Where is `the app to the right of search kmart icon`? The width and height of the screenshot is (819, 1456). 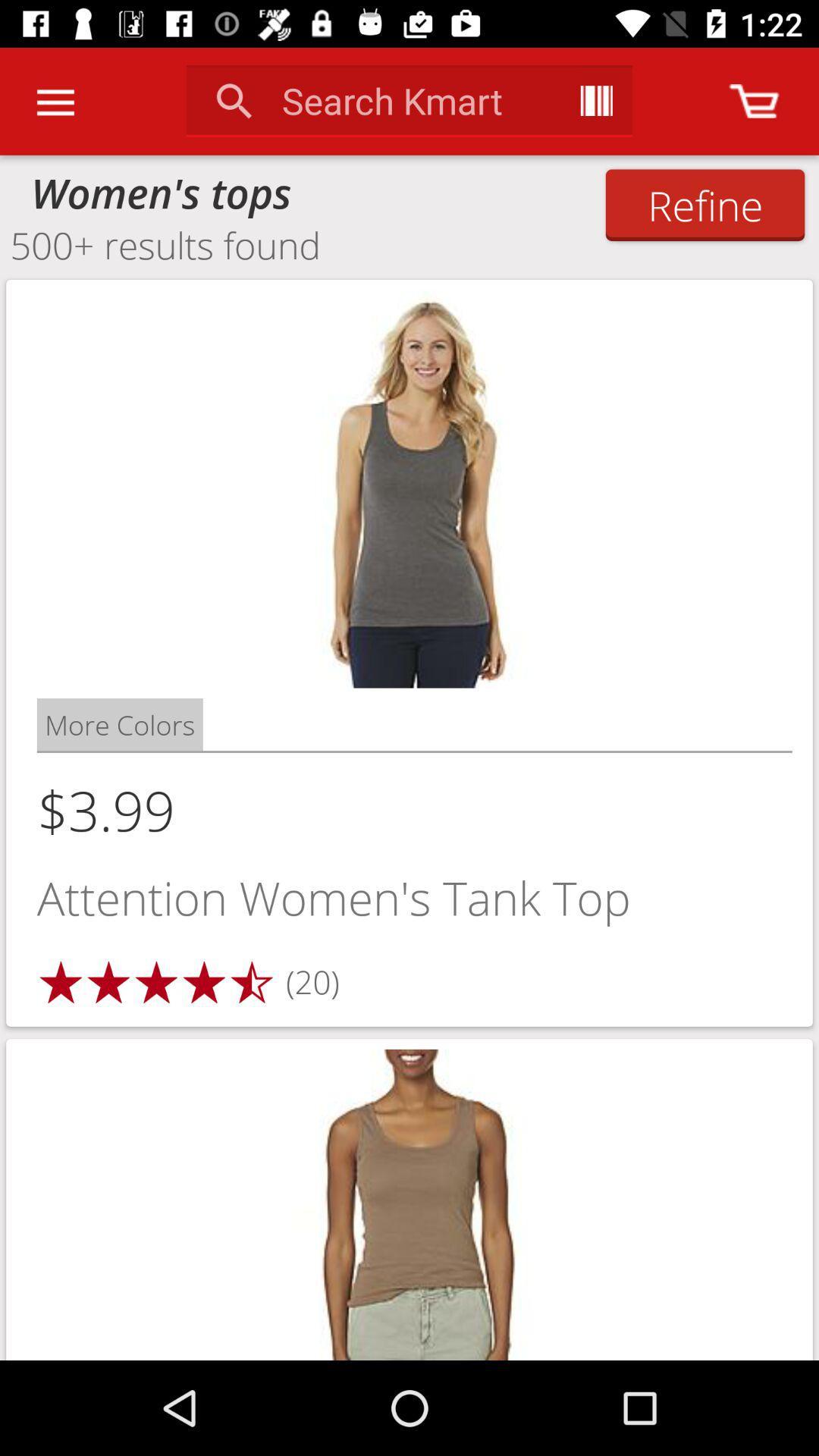
the app to the right of search kmart icon is located at coordinates (595, 100).